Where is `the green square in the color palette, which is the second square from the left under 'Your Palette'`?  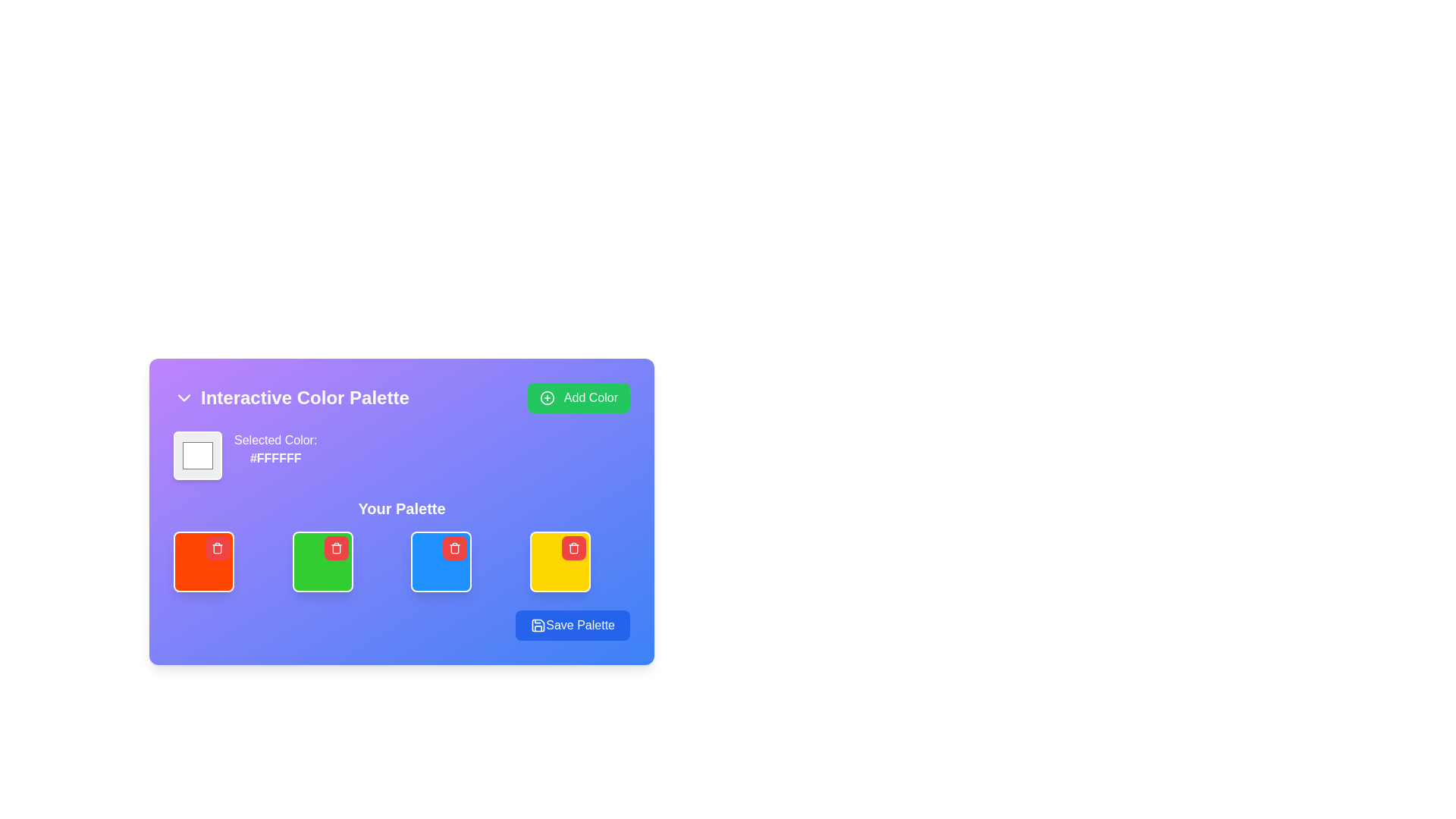 the green square in the color palette, which is the second square from the left under 'Your Palette' is located at coordinates (322, 561).